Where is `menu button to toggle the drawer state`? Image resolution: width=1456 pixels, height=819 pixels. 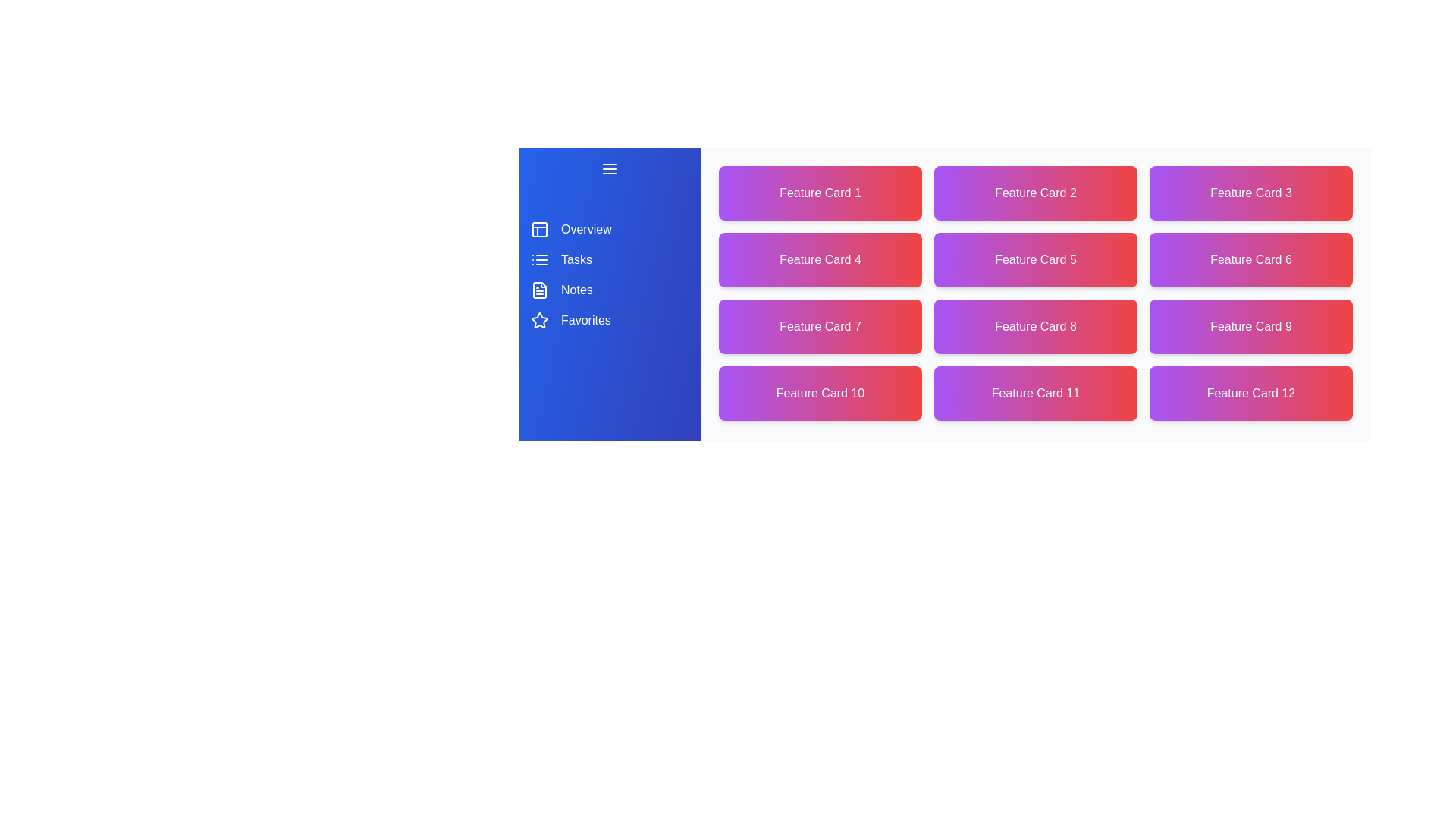 menu button to toggle the drawer state is located at coordinates (610, 169).